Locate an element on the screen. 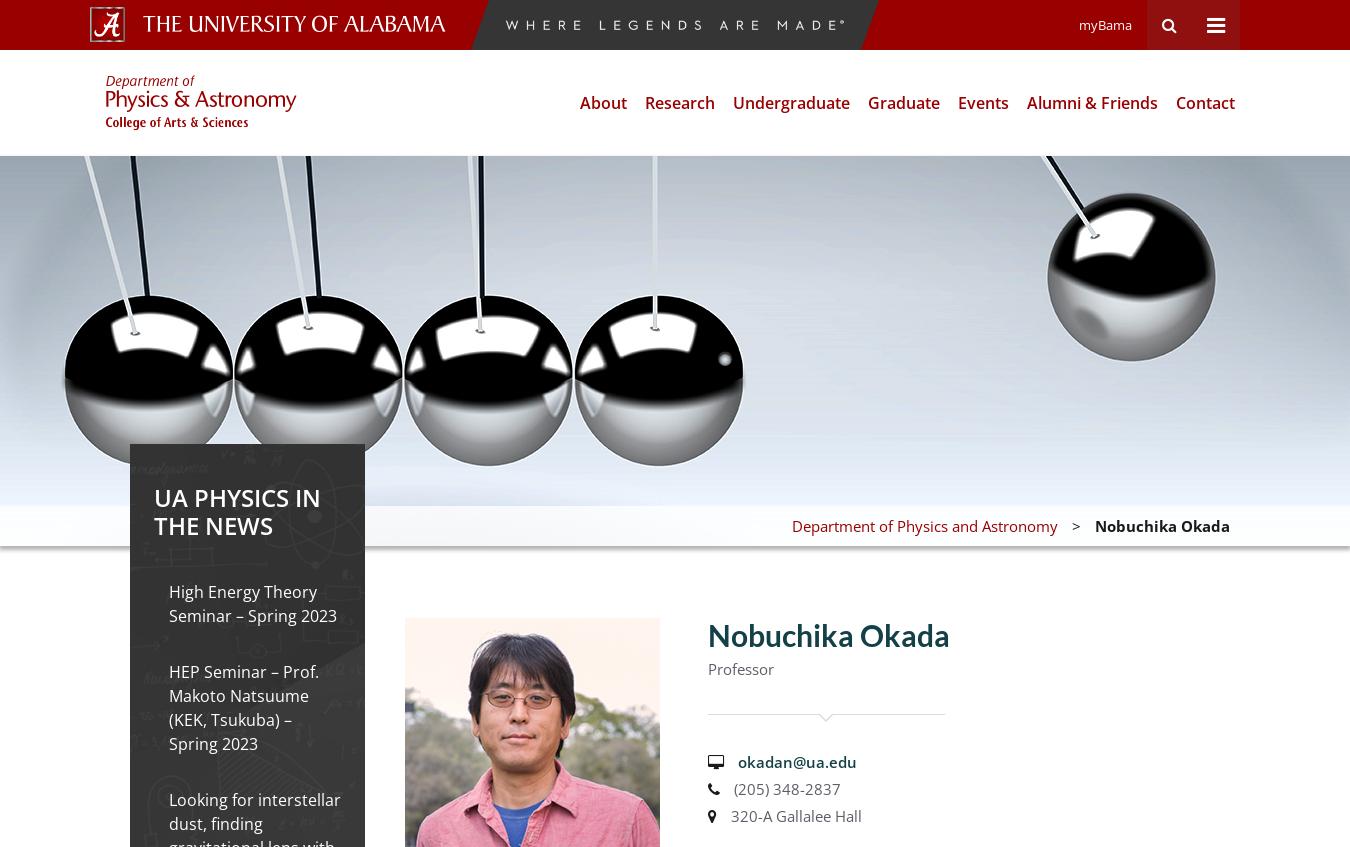 The image size is (1350, 847). '320-A Gallalee Hall' is located at coordinates (793, 815).